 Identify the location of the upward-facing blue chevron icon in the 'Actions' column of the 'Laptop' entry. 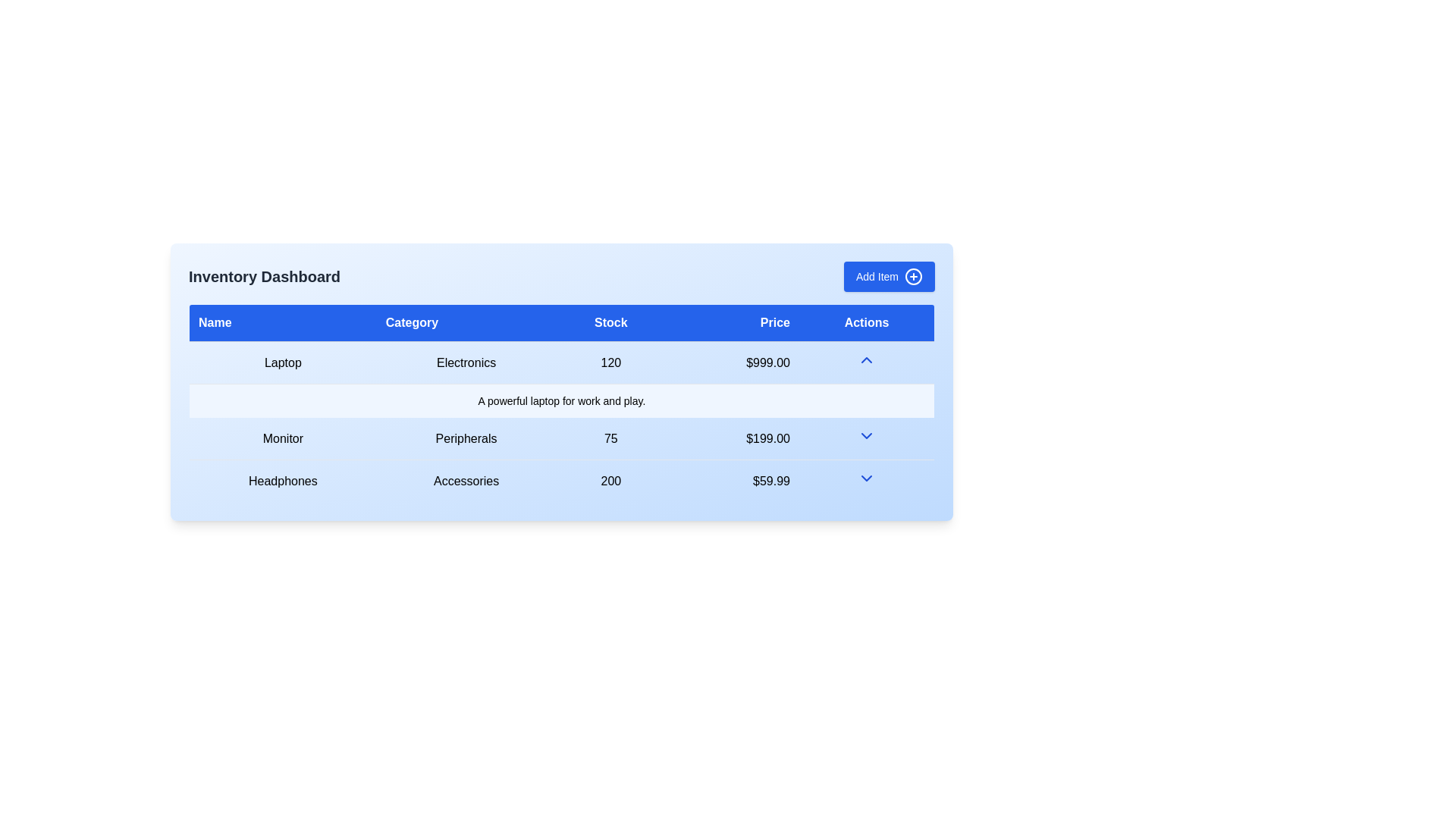
(866, 359).